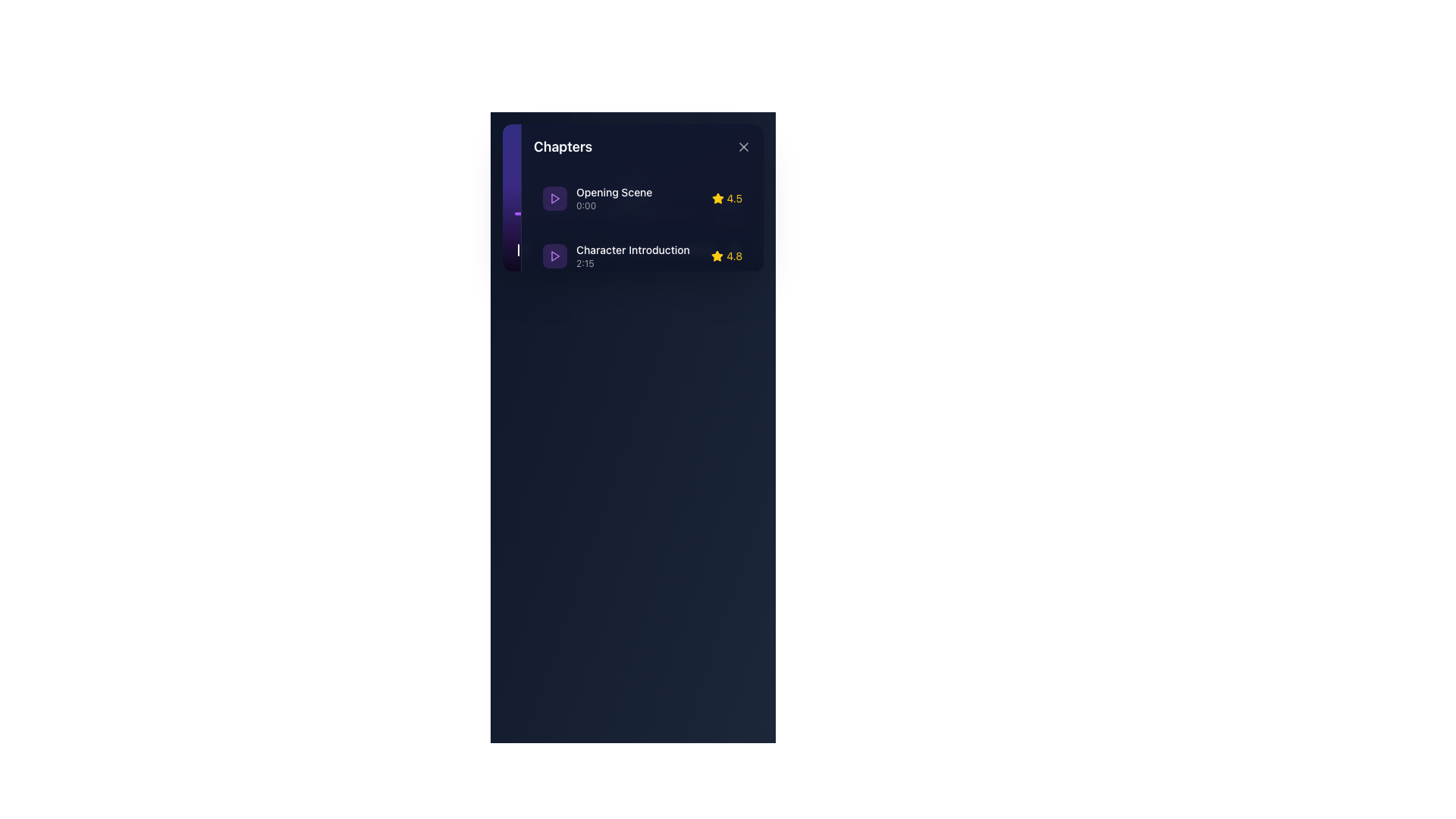  Describe the element at coordinates (633, 249) in the screenshot. I see `the interactive chapter selector for 'Character Introduction'` at that location.